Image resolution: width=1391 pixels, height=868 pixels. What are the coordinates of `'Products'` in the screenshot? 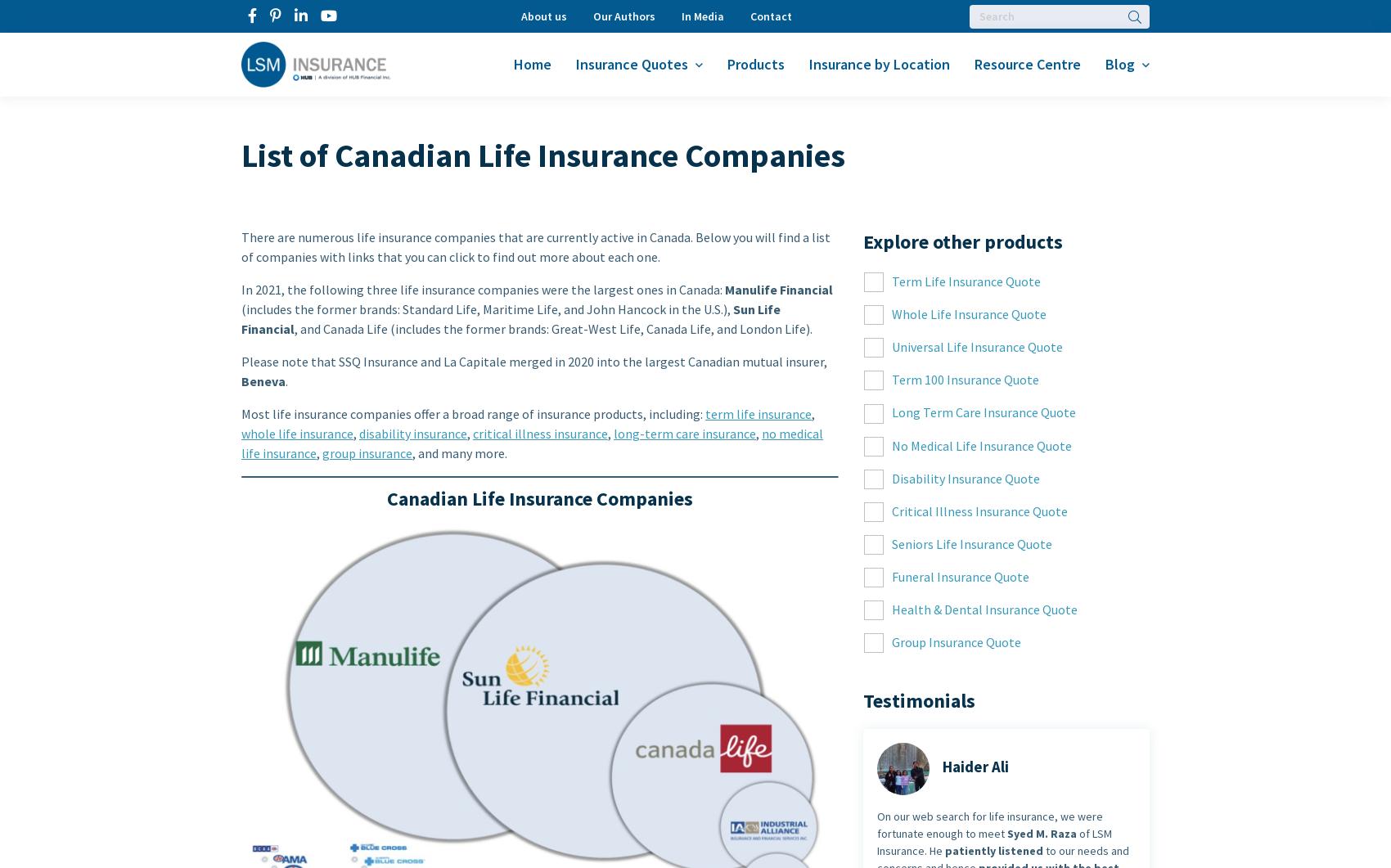 It's located at (727, 64).